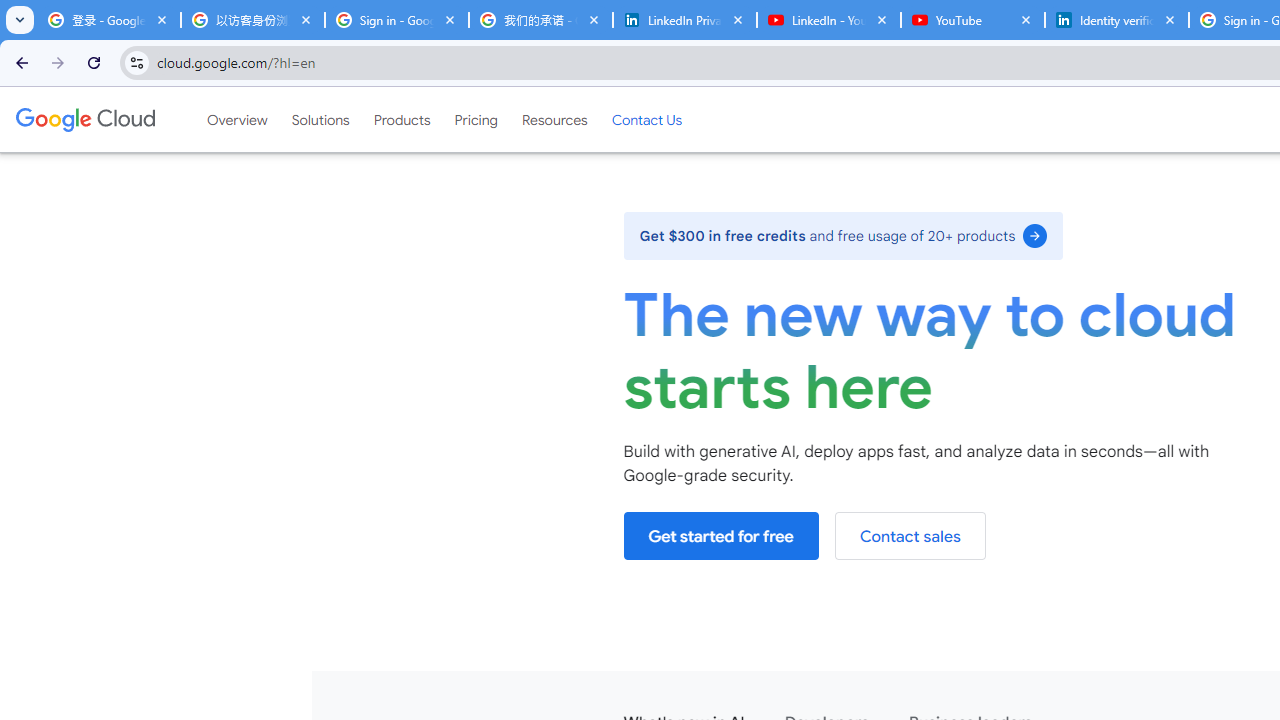 The image size is (1280, 720). What do you see at coordinates (909, 535) in the screenshot?
I see `'Contact sales'` at bounding box center [909, 535].